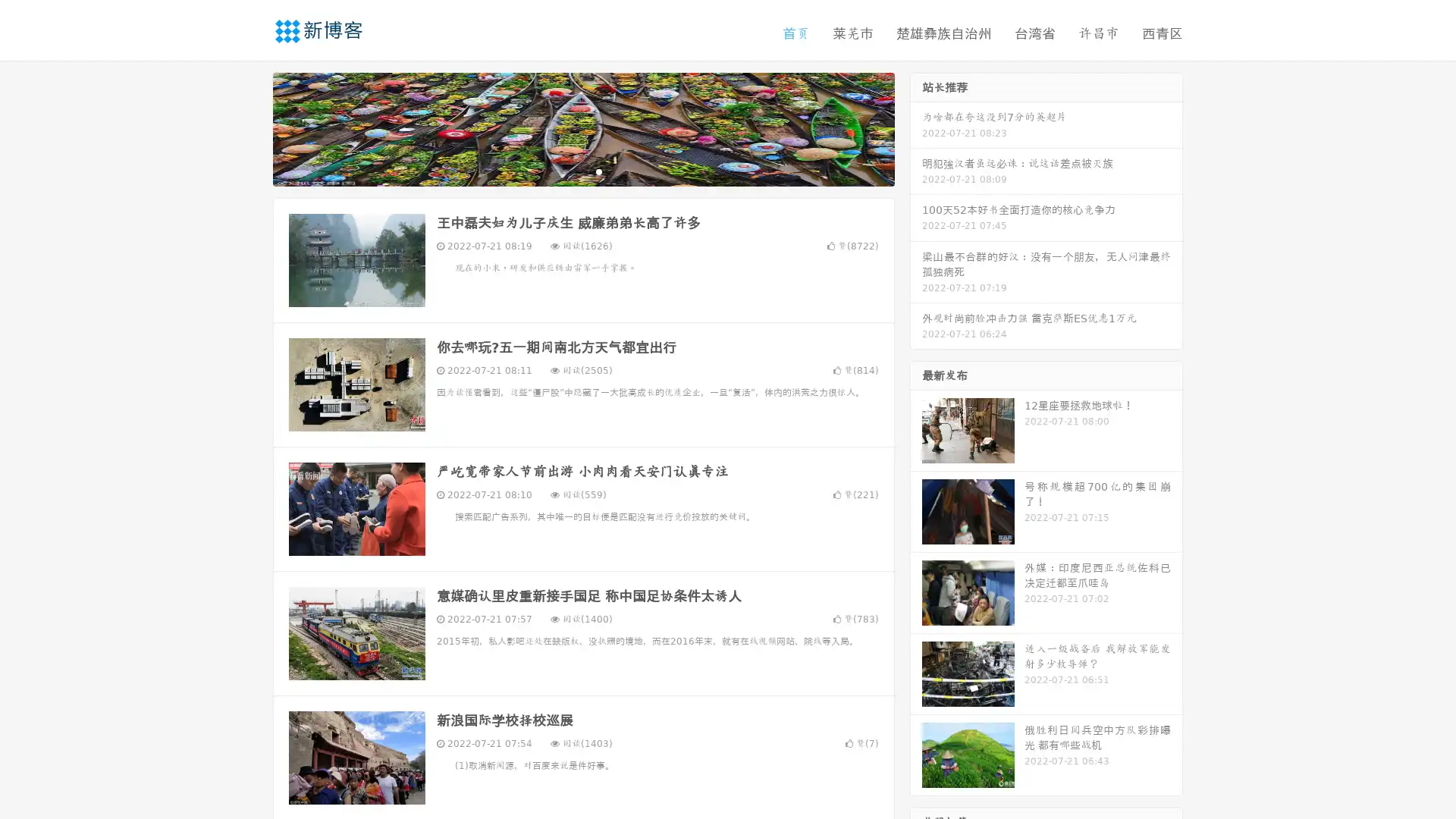 The width and height of the screenshot is (1456, 819). I want to click on Next slide, so click(916, 127).